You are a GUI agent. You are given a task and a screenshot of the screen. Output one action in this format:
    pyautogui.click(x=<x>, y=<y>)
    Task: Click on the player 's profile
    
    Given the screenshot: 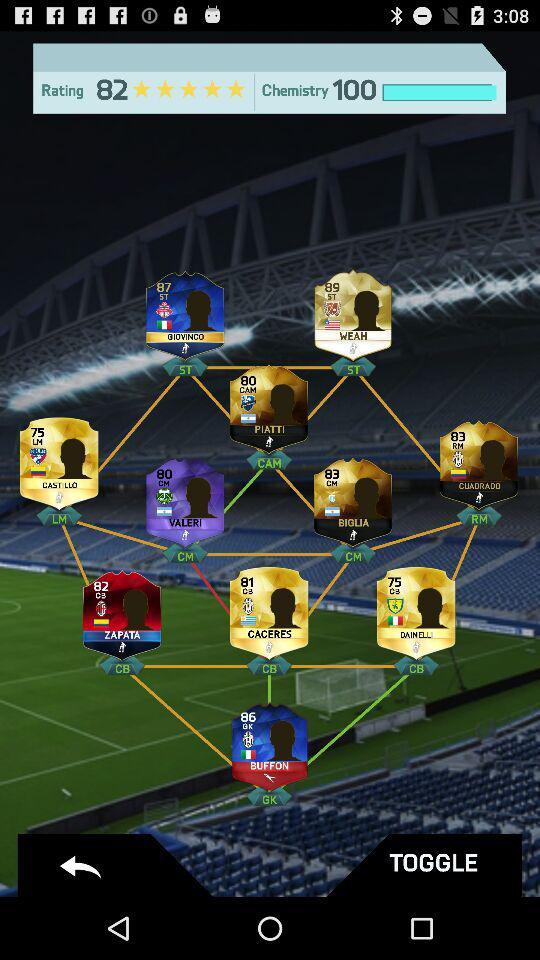 What is the action you would take?
    pyautogui.click(x=185, y=311)
    